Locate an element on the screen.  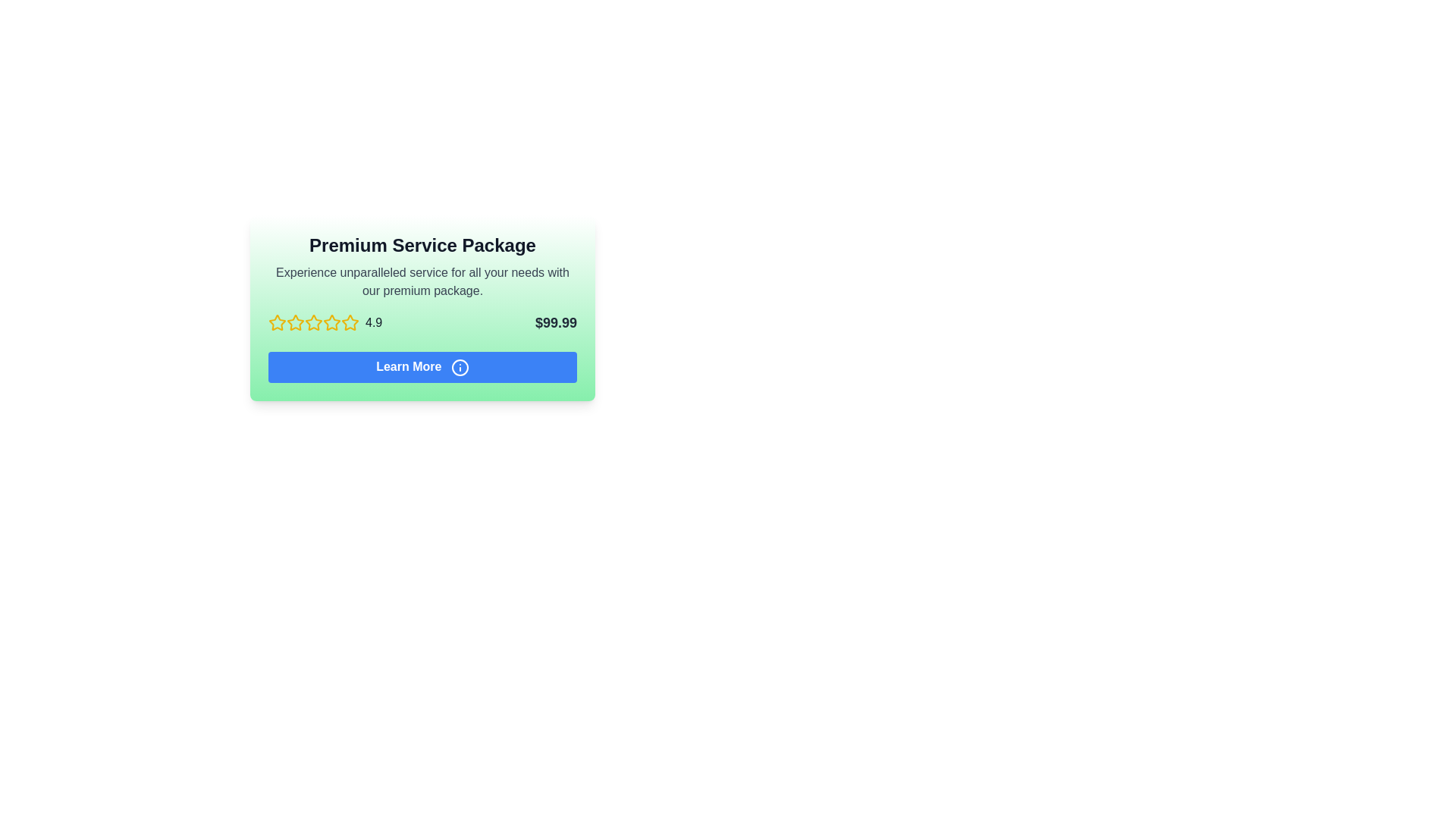
the star icons in the Rating display component for tooltip information is located at coordinates (325, 322).